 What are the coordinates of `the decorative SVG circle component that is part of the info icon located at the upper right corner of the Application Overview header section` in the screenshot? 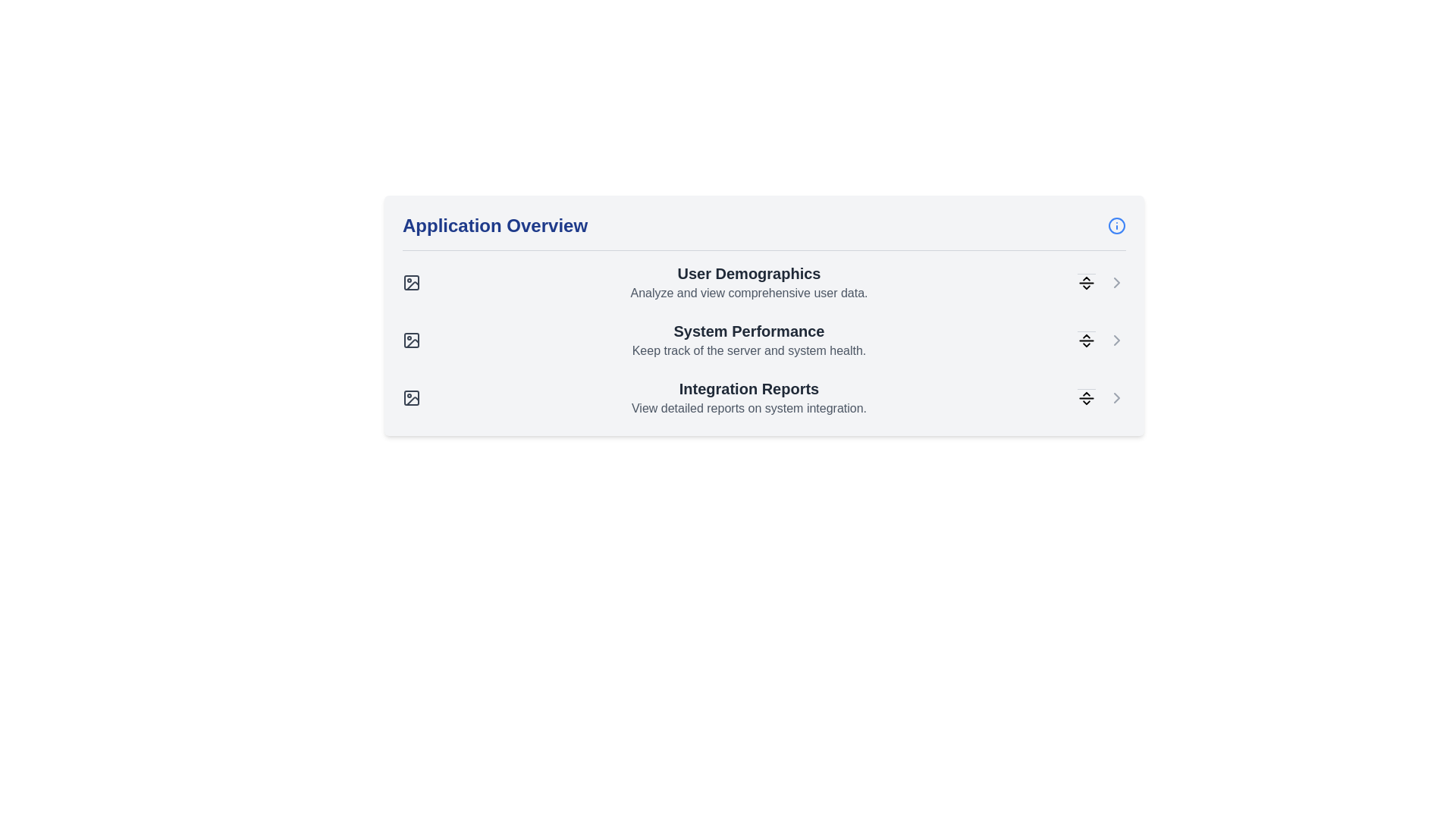 It's located at (1117, 225).